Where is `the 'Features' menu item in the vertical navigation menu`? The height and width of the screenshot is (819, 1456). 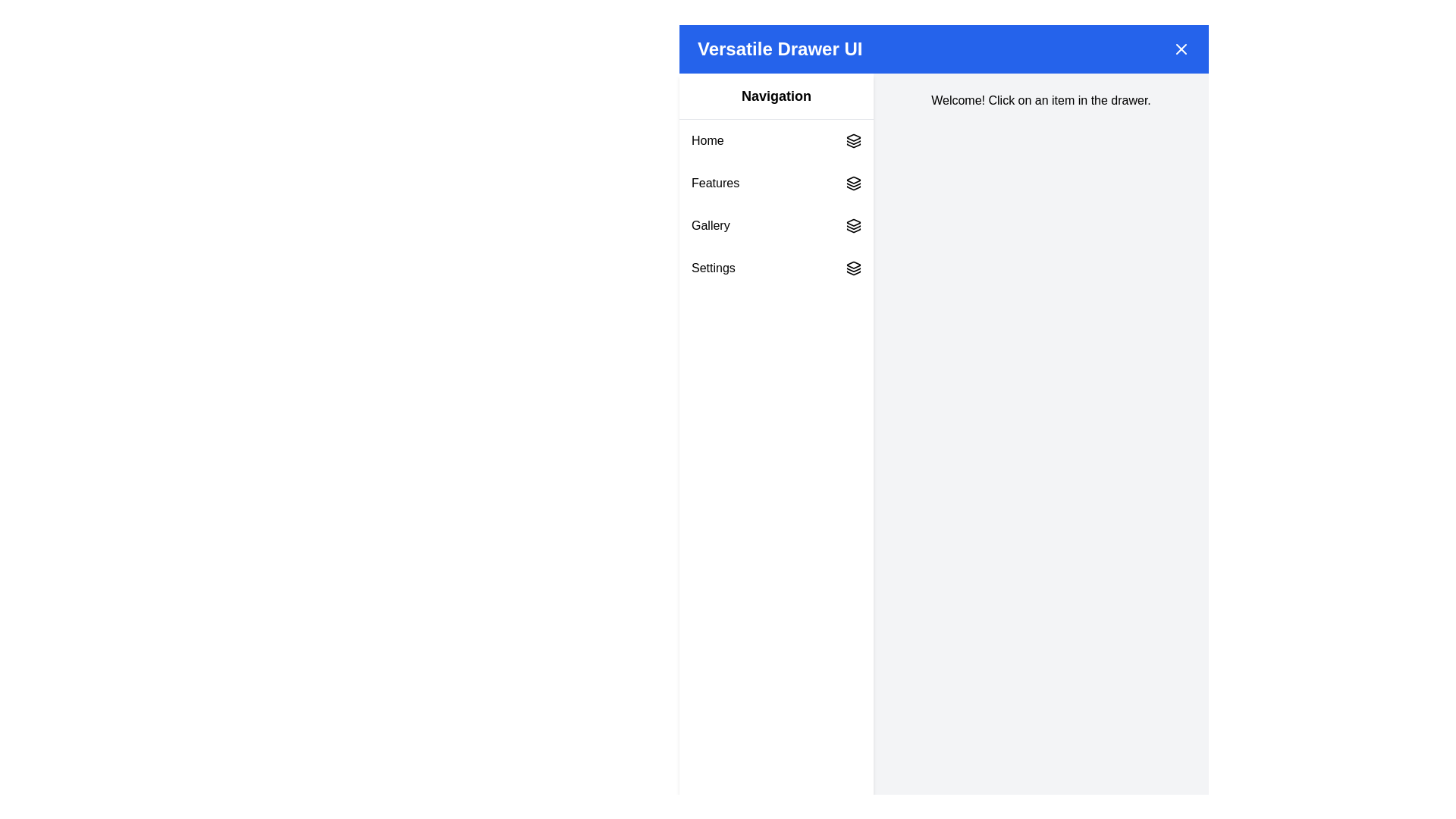 the 'Features' menu item in the vertical navigation menu is located at coordinates (776, 183).